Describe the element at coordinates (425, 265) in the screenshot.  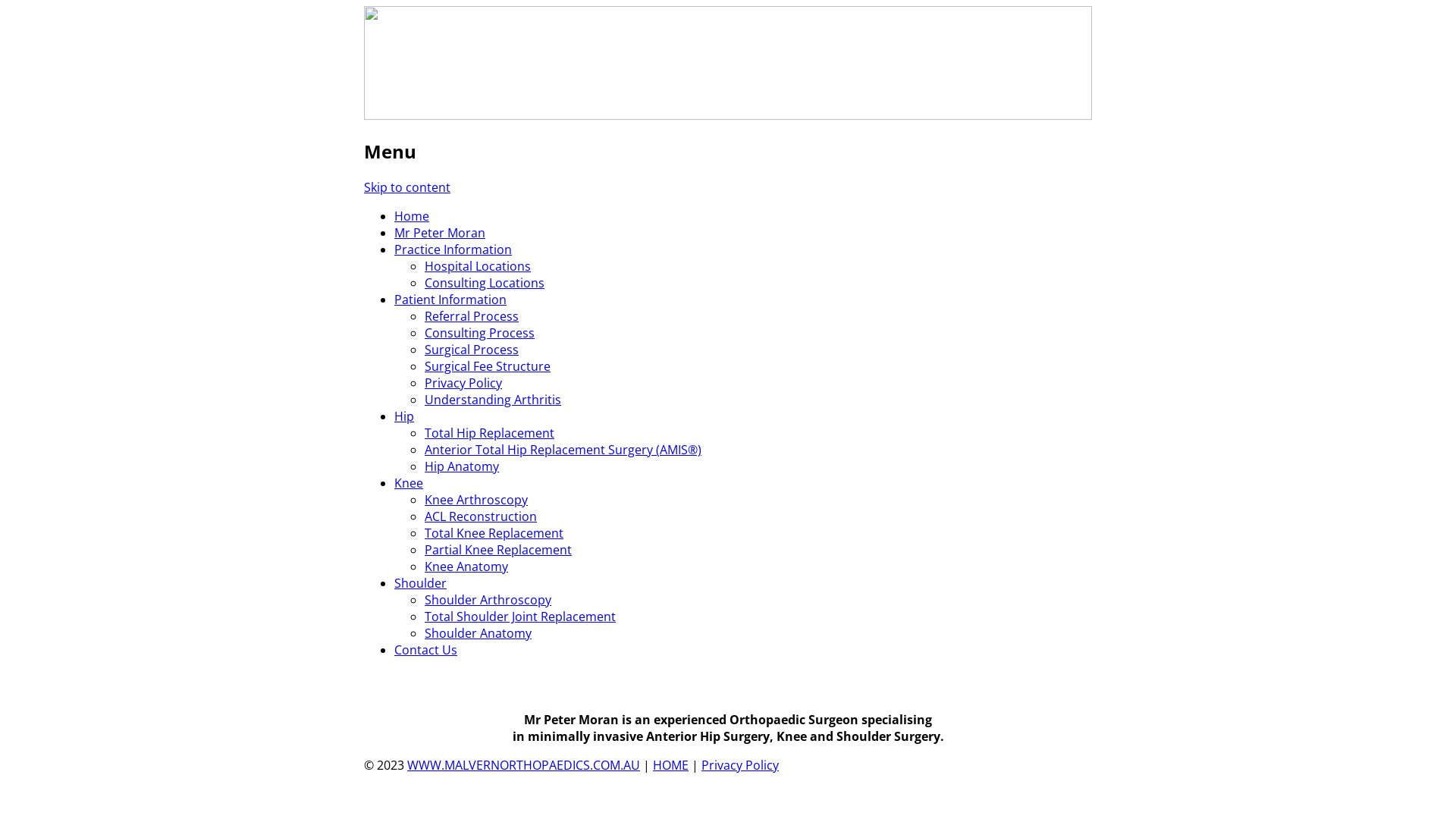
I see `'Hospital Locations'` at that location.